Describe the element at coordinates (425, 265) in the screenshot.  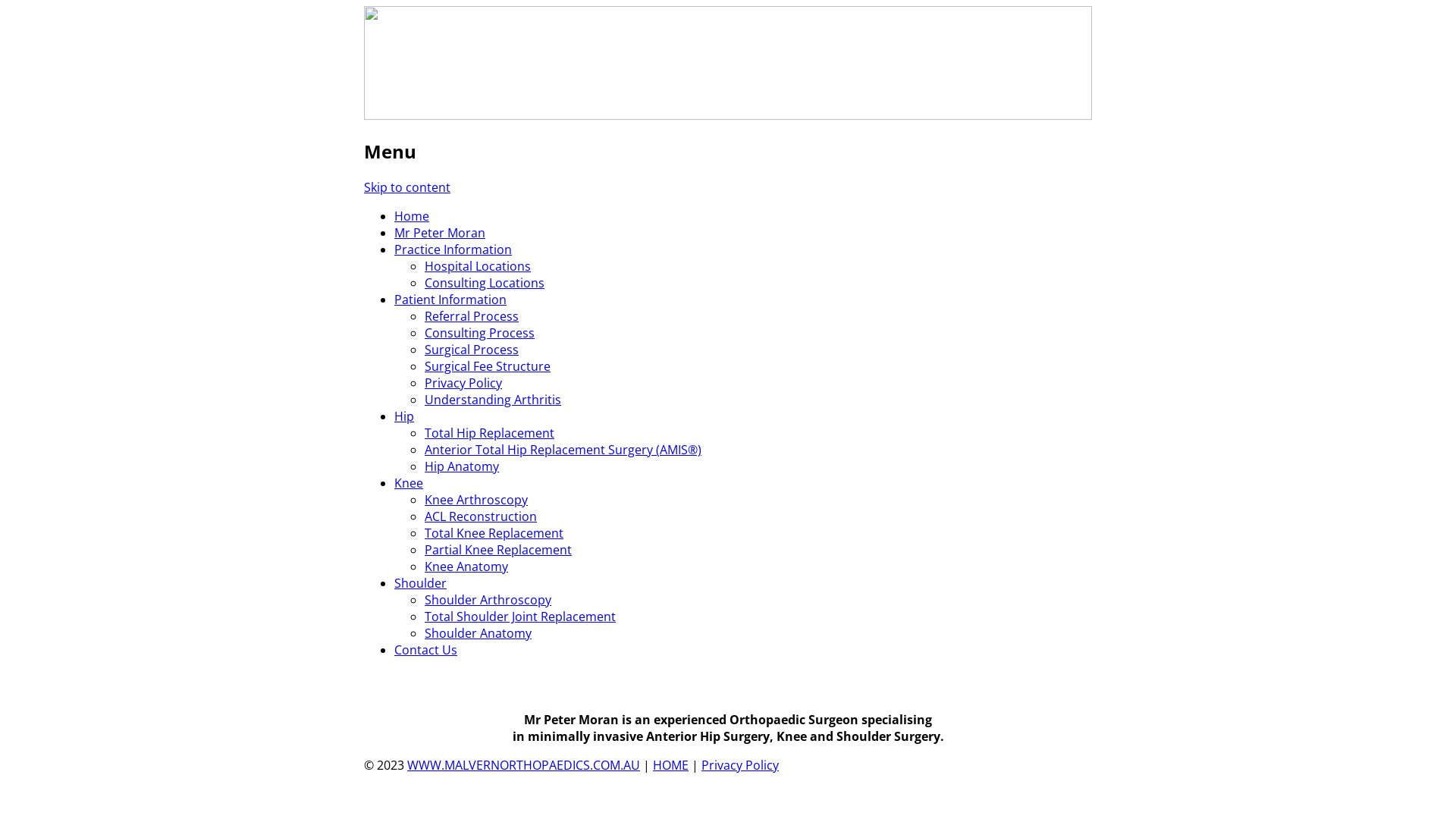
I see `'Hospital Locations'` at that location.